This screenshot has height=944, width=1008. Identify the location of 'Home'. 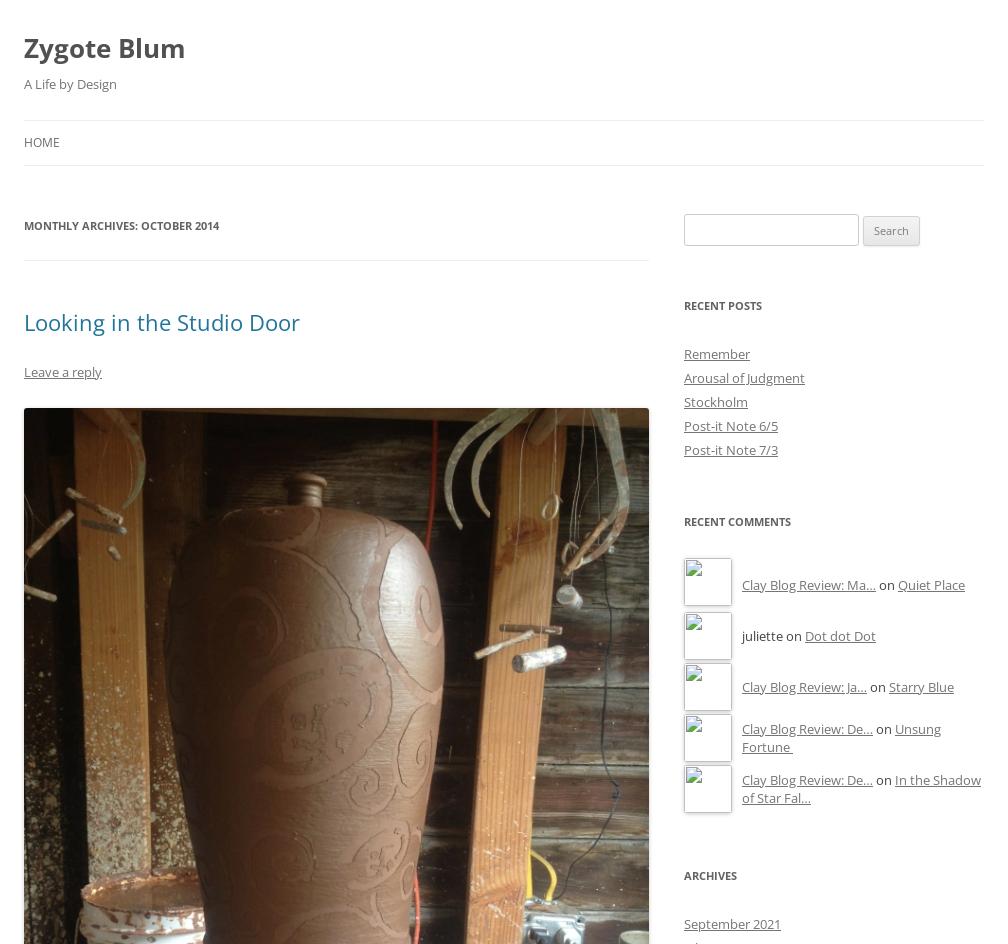
(42, 142).